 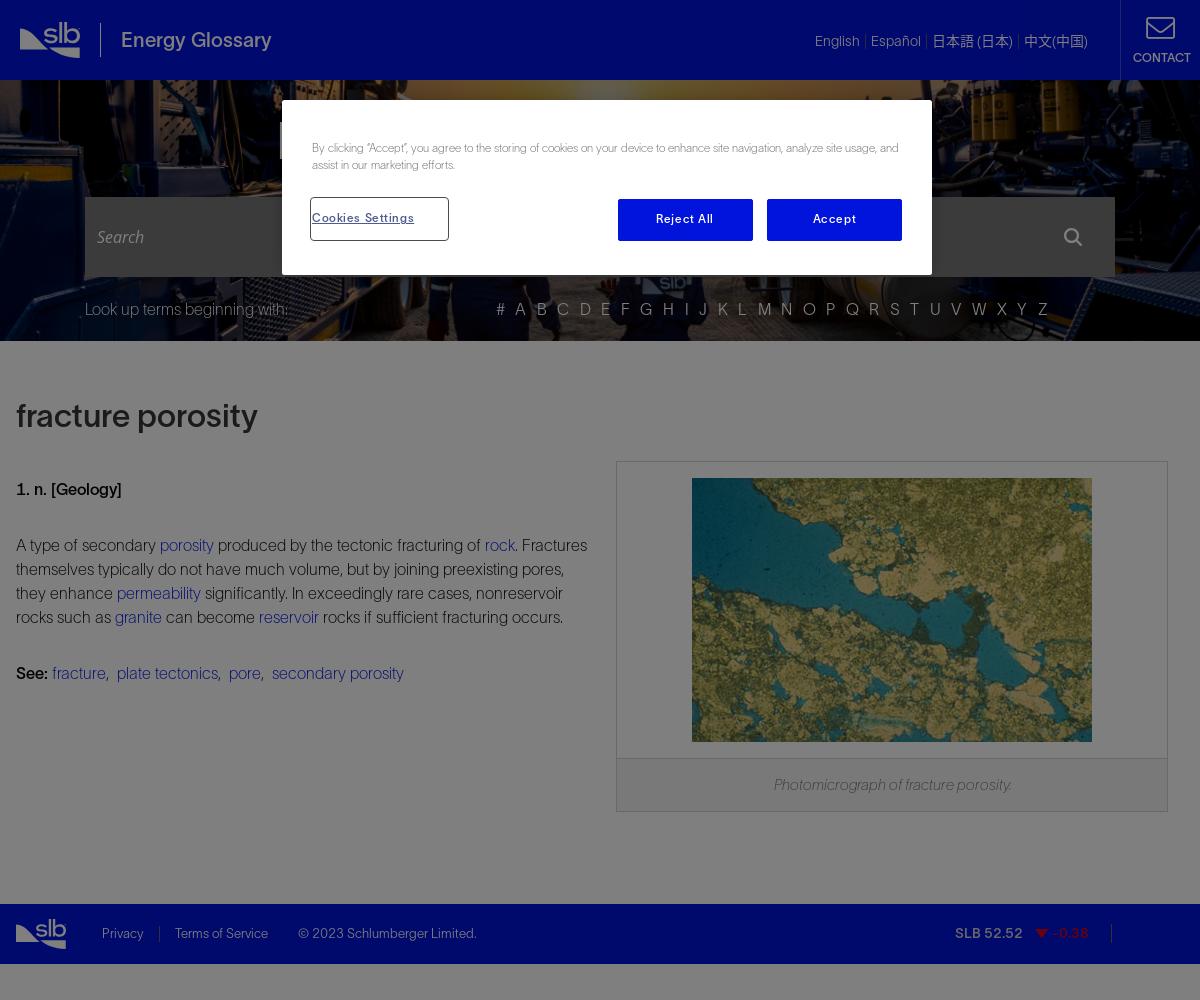 I want to click on 'k', so click(x=717, y=309).